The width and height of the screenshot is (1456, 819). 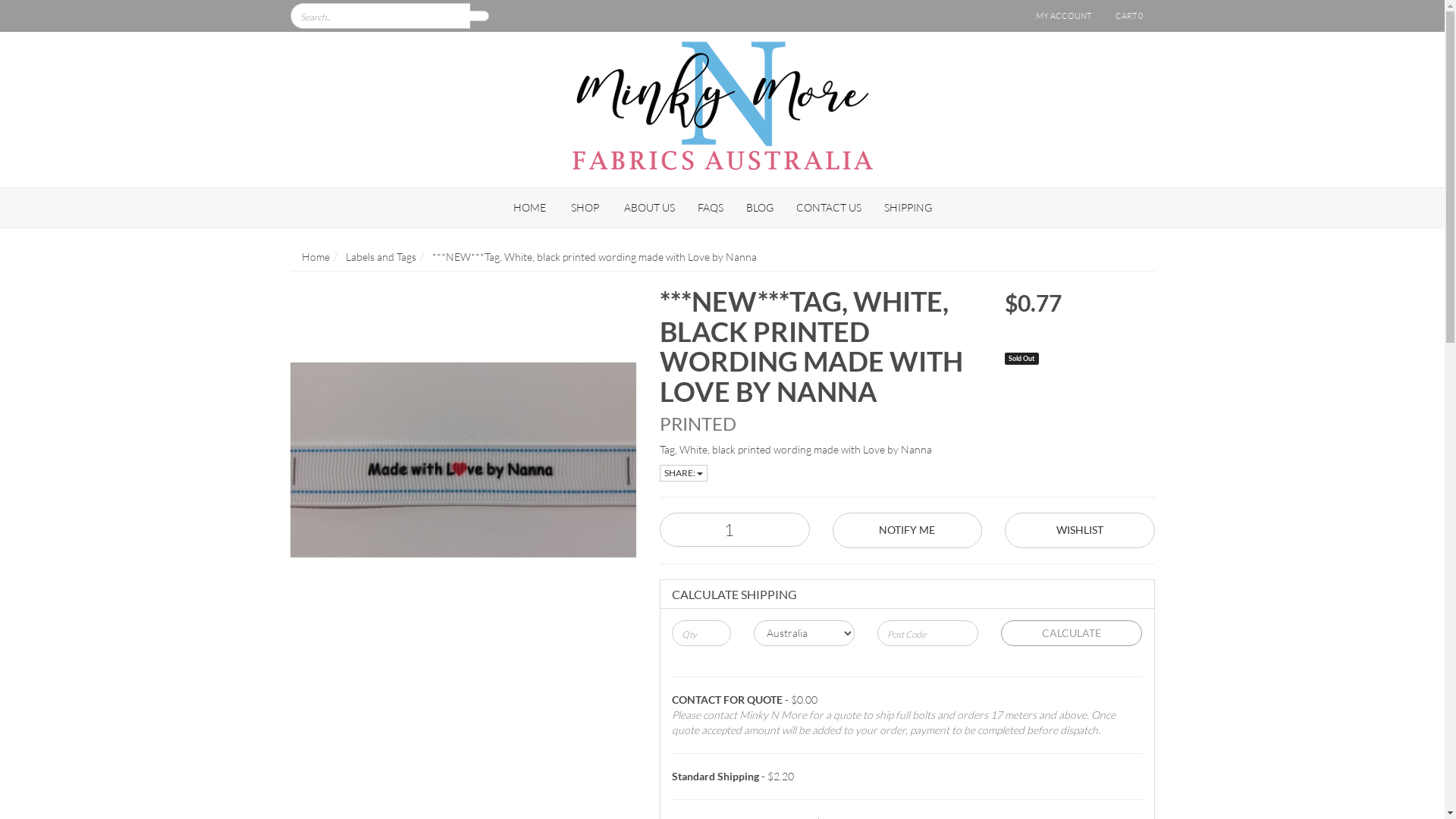 I want to click on 'BLOG', so click(x=759, y=207).